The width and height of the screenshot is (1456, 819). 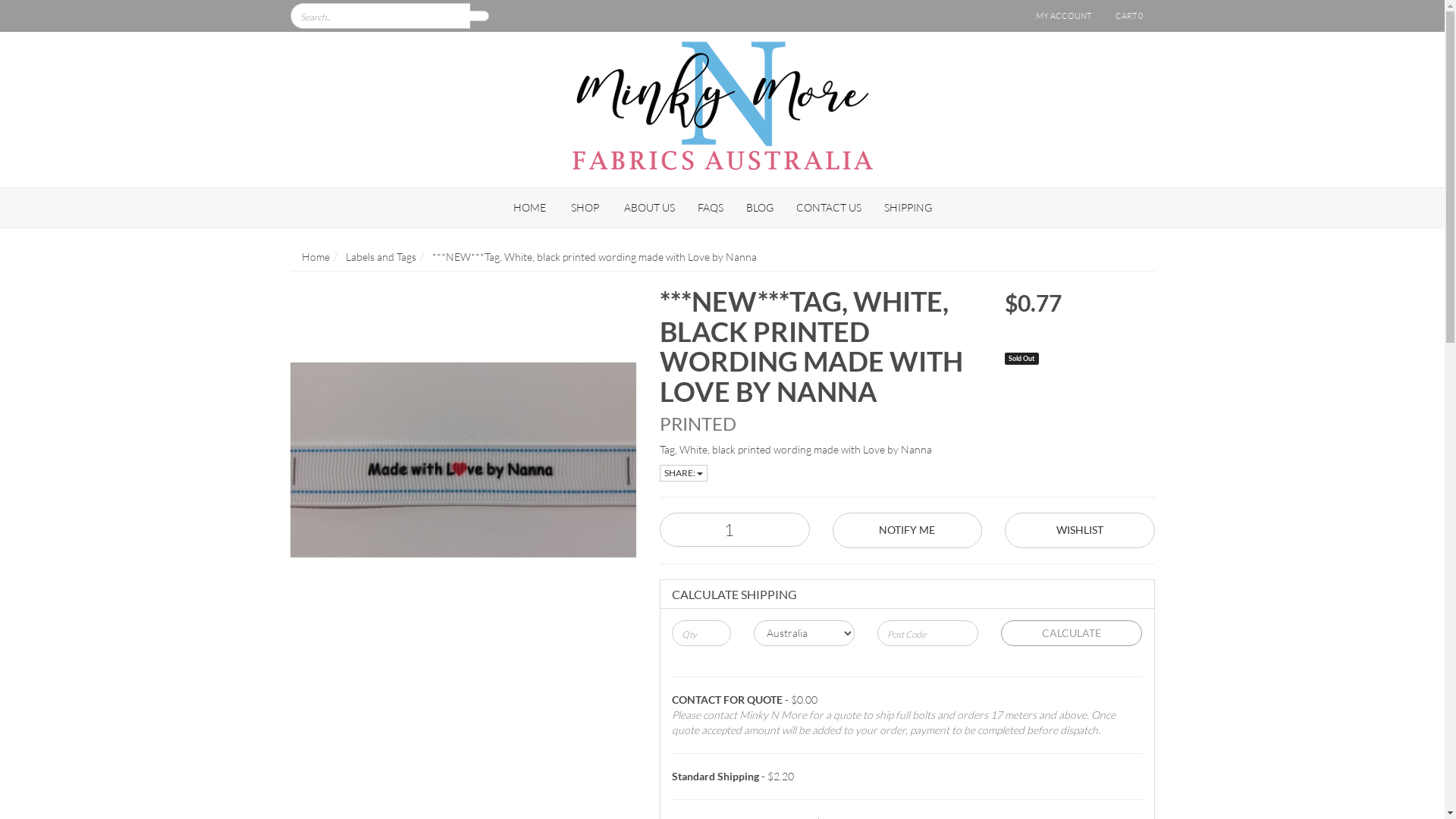 I want to click on 'BLOG', so click(x=759, y=207).